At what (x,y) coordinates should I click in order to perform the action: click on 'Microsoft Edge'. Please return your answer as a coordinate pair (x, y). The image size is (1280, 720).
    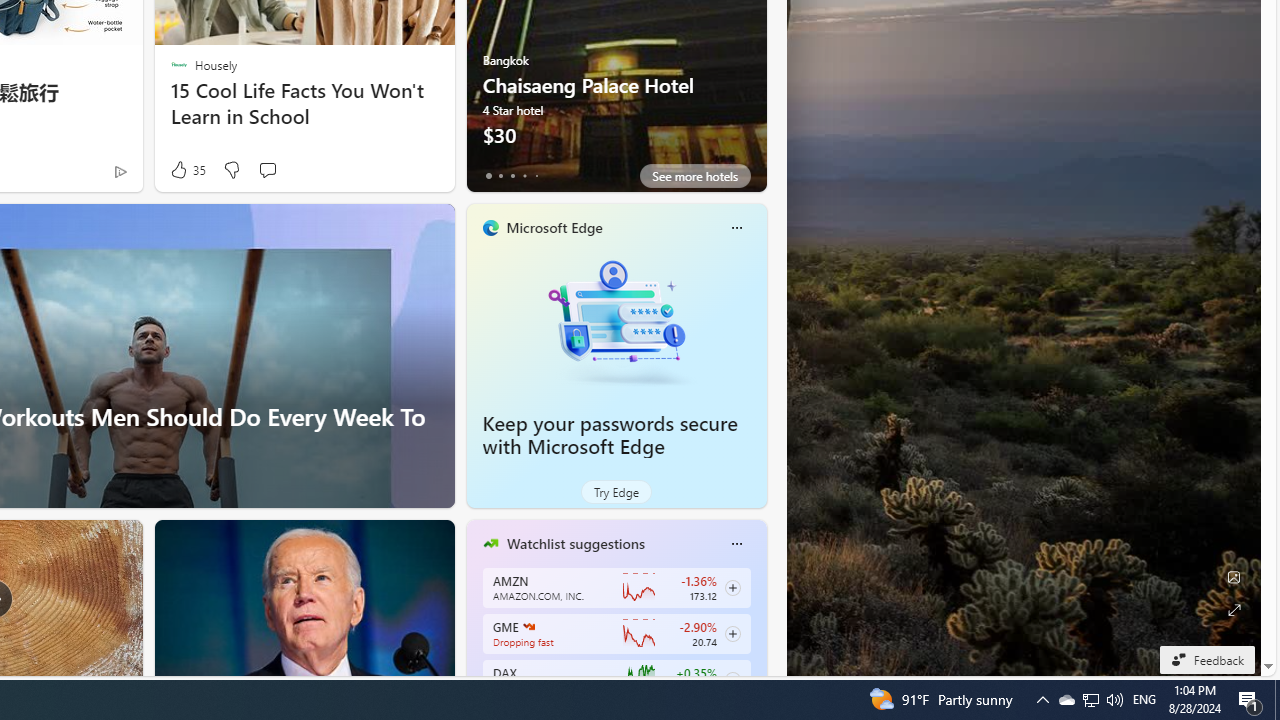
    Looking at the image, I should click on (554, 226).